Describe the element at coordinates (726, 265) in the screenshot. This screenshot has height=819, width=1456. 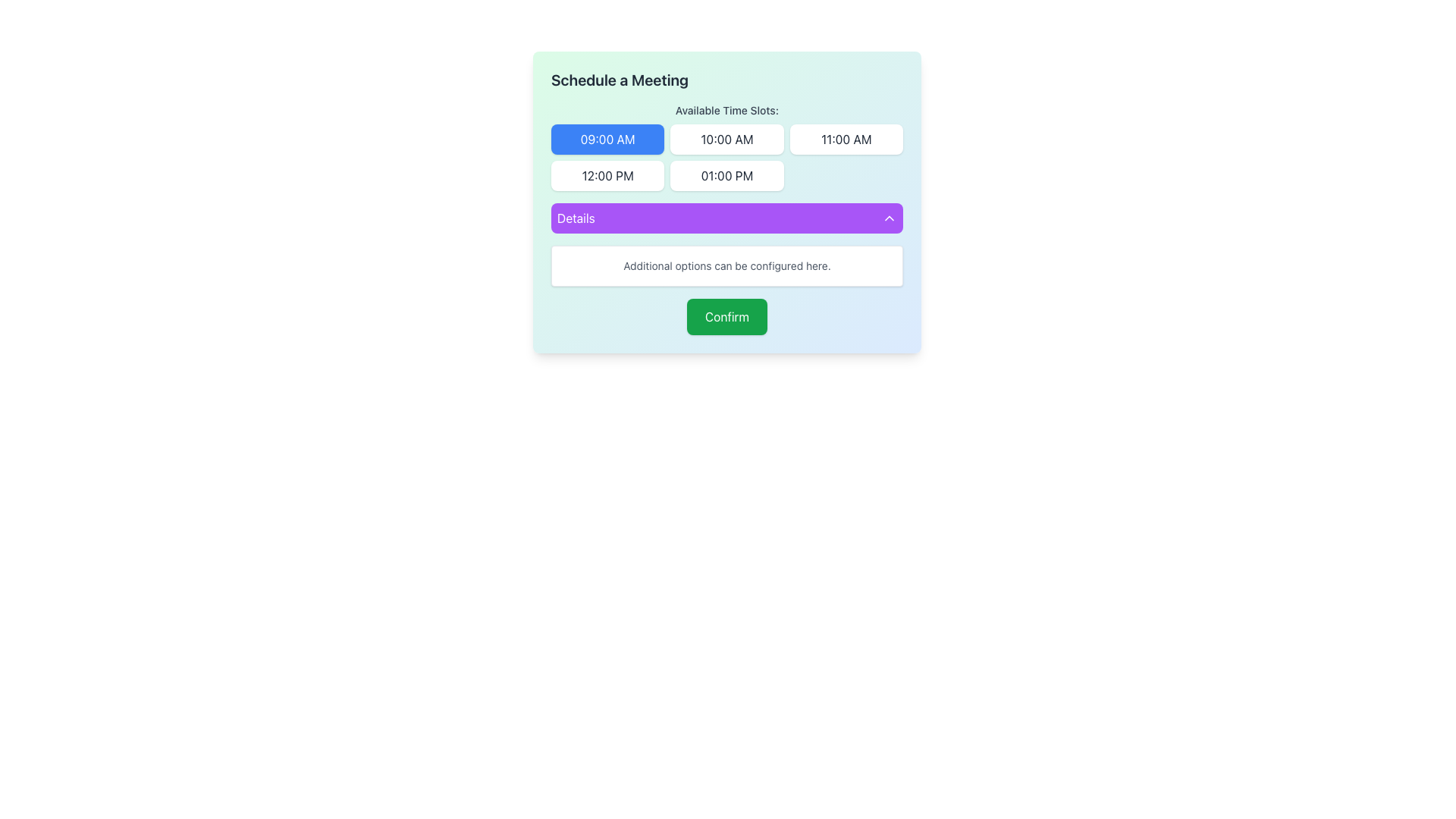
I see `the static text label providing contextual help located within a rounded white box beneath the 'Details' purple bar and above the green 'Confirm' button` at that location.